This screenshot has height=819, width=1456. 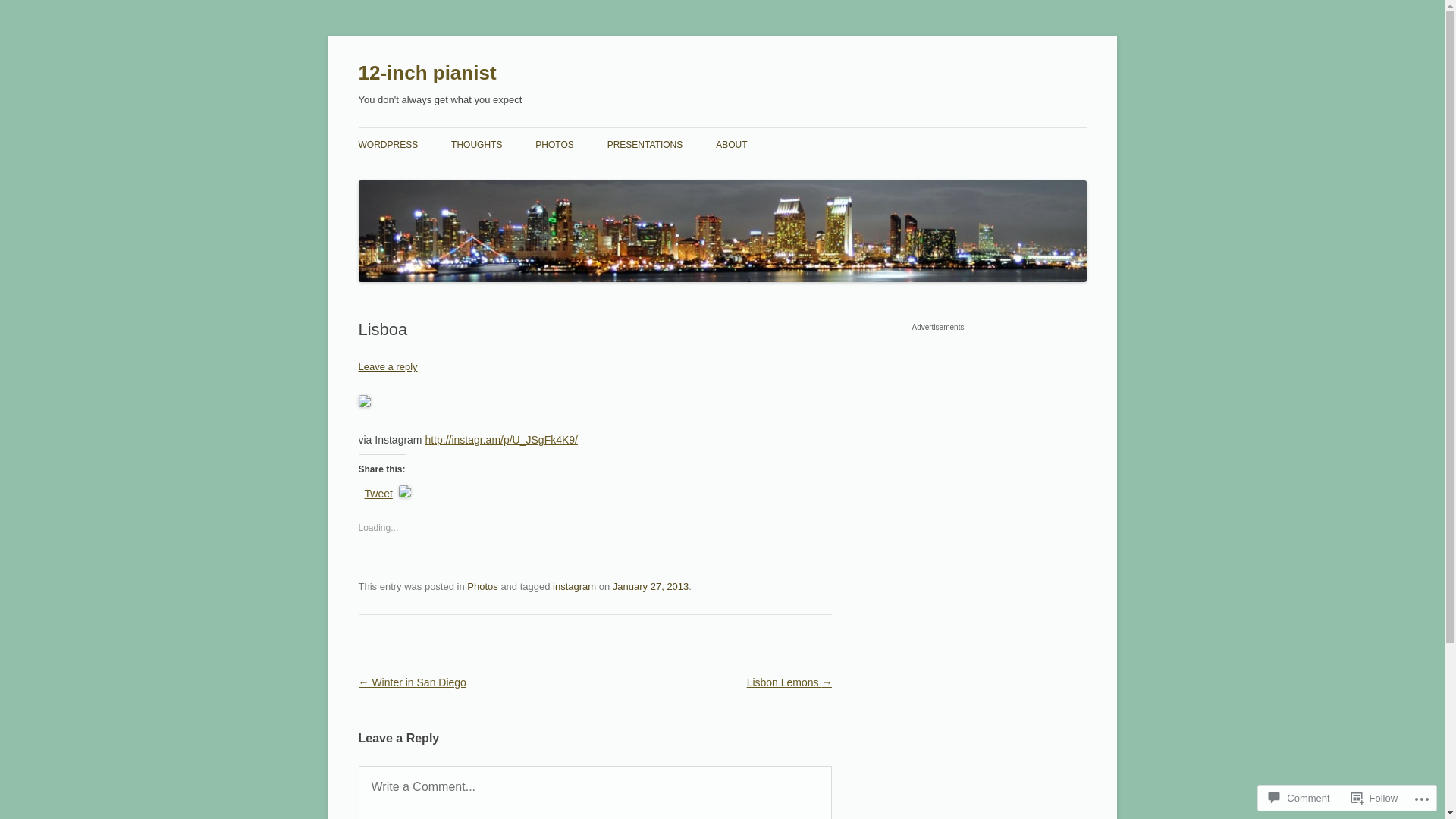 I want to click on '12-inch pianist', so click(x=425, y=73).